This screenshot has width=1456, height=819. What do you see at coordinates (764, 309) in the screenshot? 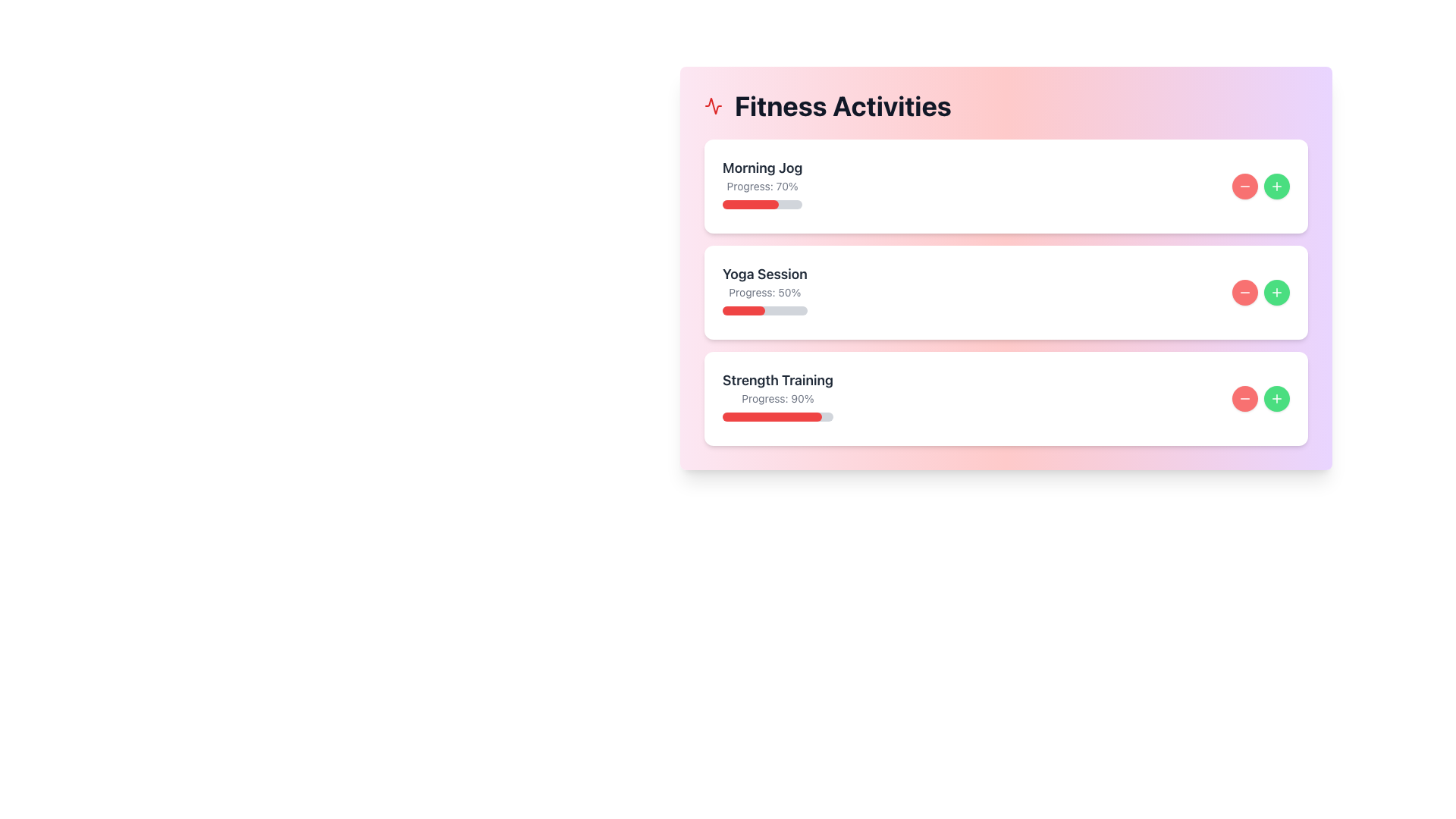
I see `the filled part of the horizontal progress bar located in the 'Yoga Session' section to inspect the progress, which is represented by the red fill indicating 50% completion` at bounding box center [764, 309].